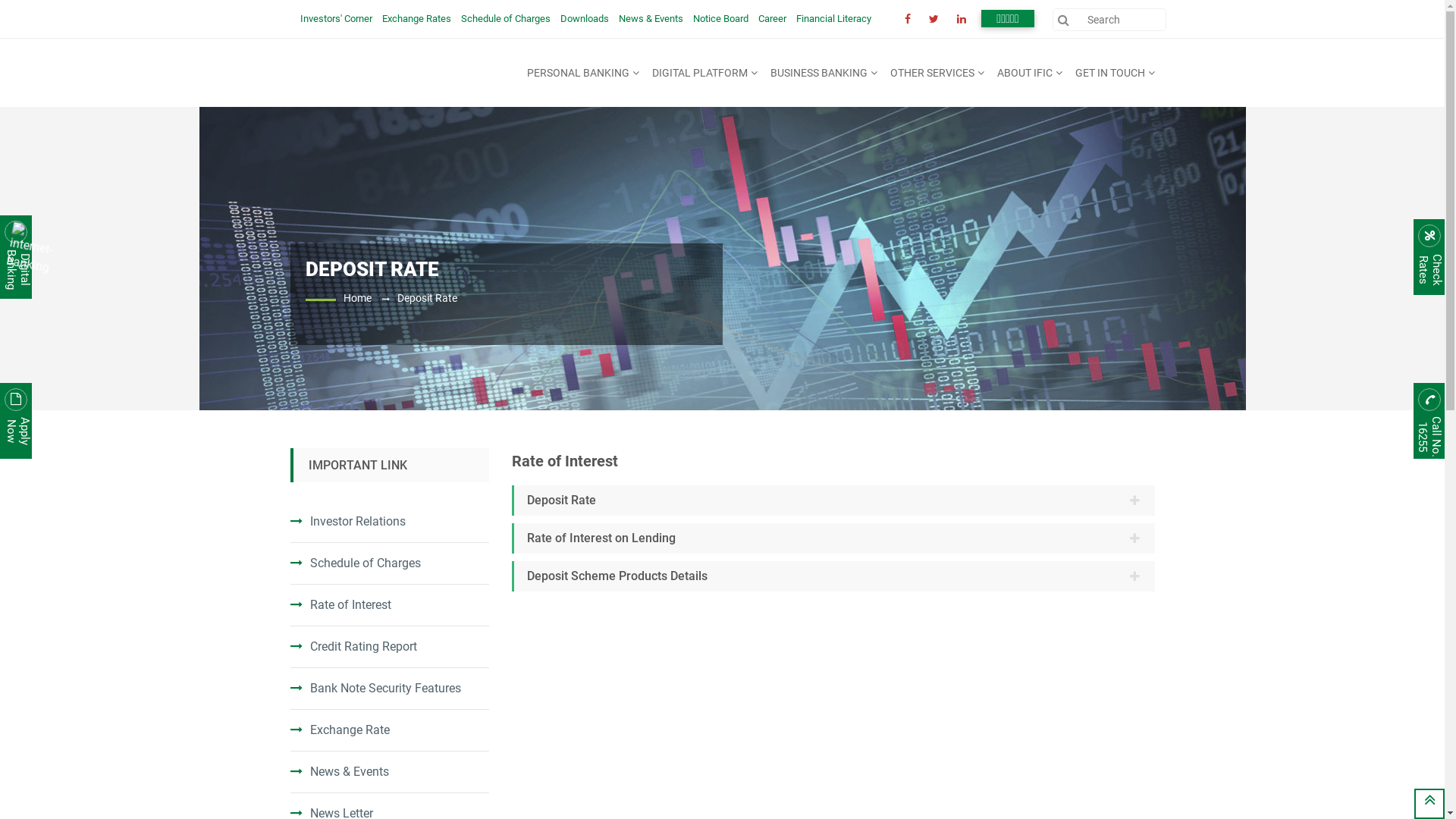 Image resolution: width=1456 pixels, height=819 pixels. I want to click on 'Schedule of Charges', so click(460, 18).